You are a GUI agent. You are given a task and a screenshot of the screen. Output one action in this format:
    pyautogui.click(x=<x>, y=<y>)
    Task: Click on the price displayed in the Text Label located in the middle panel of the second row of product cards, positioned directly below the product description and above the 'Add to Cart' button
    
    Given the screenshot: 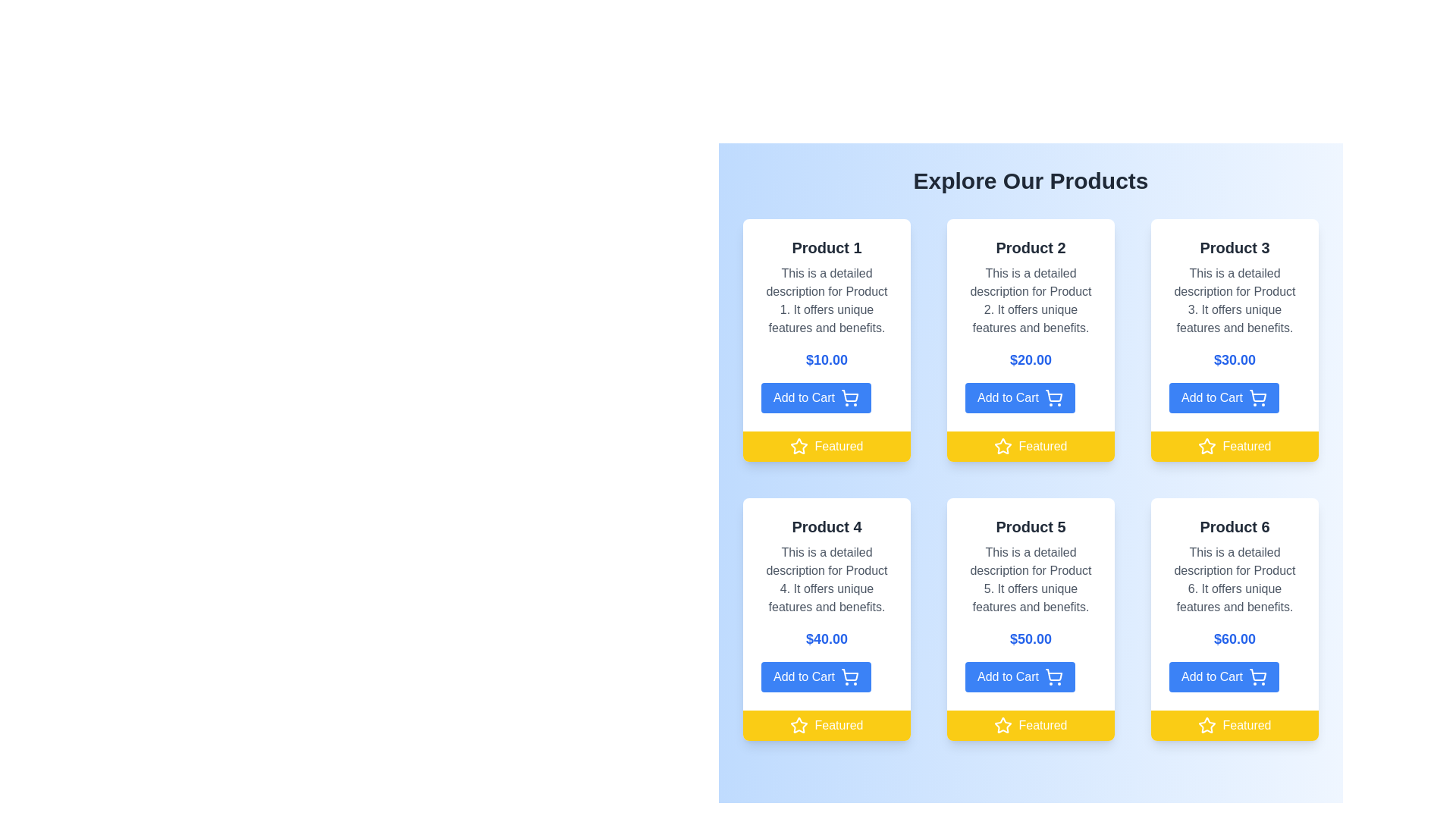 What is the action you would take?
    pyautogui.click(x=1031, y=639)
    